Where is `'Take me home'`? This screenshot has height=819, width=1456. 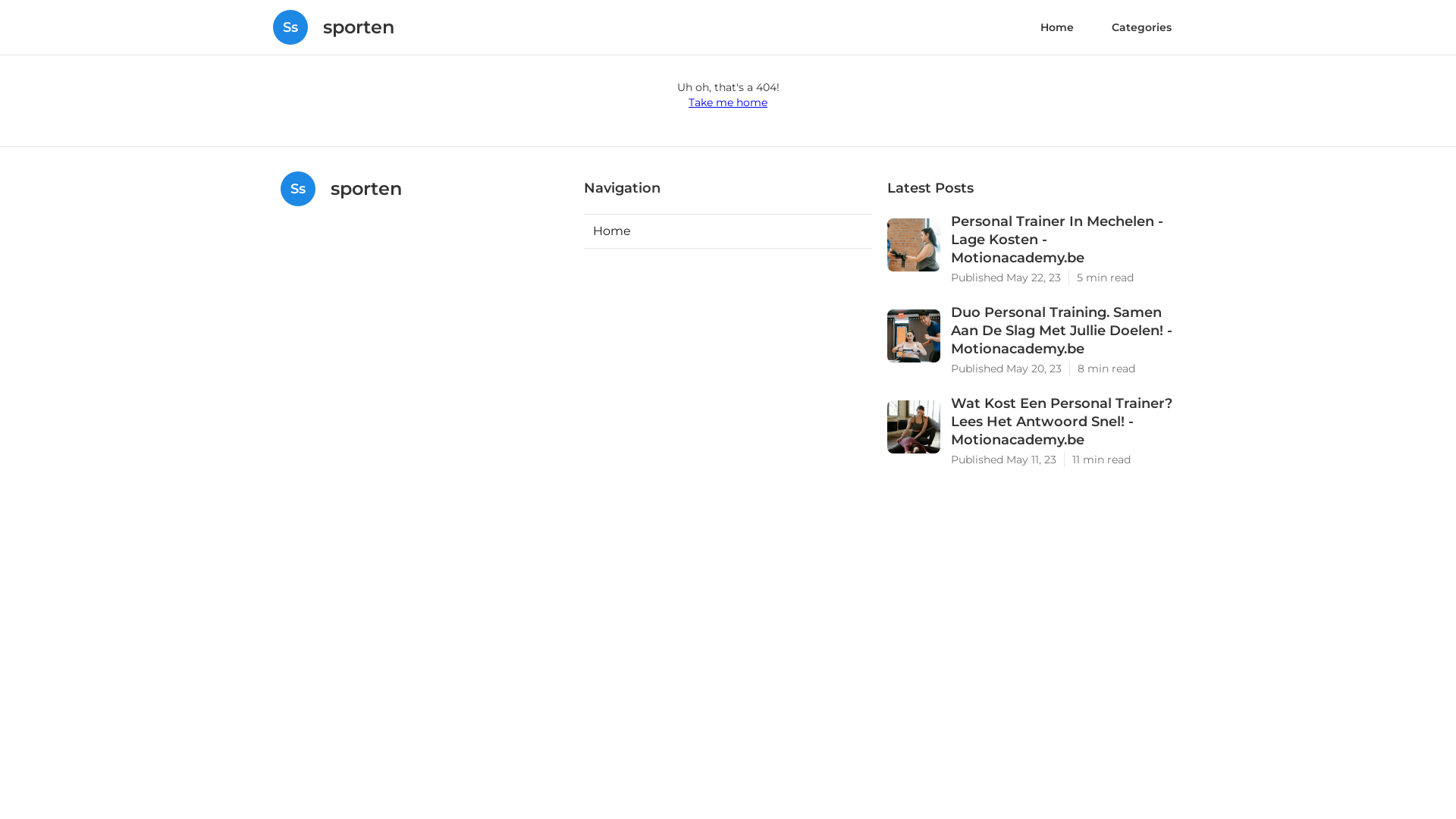
'Take me home' is located at coordinates (728, 102).